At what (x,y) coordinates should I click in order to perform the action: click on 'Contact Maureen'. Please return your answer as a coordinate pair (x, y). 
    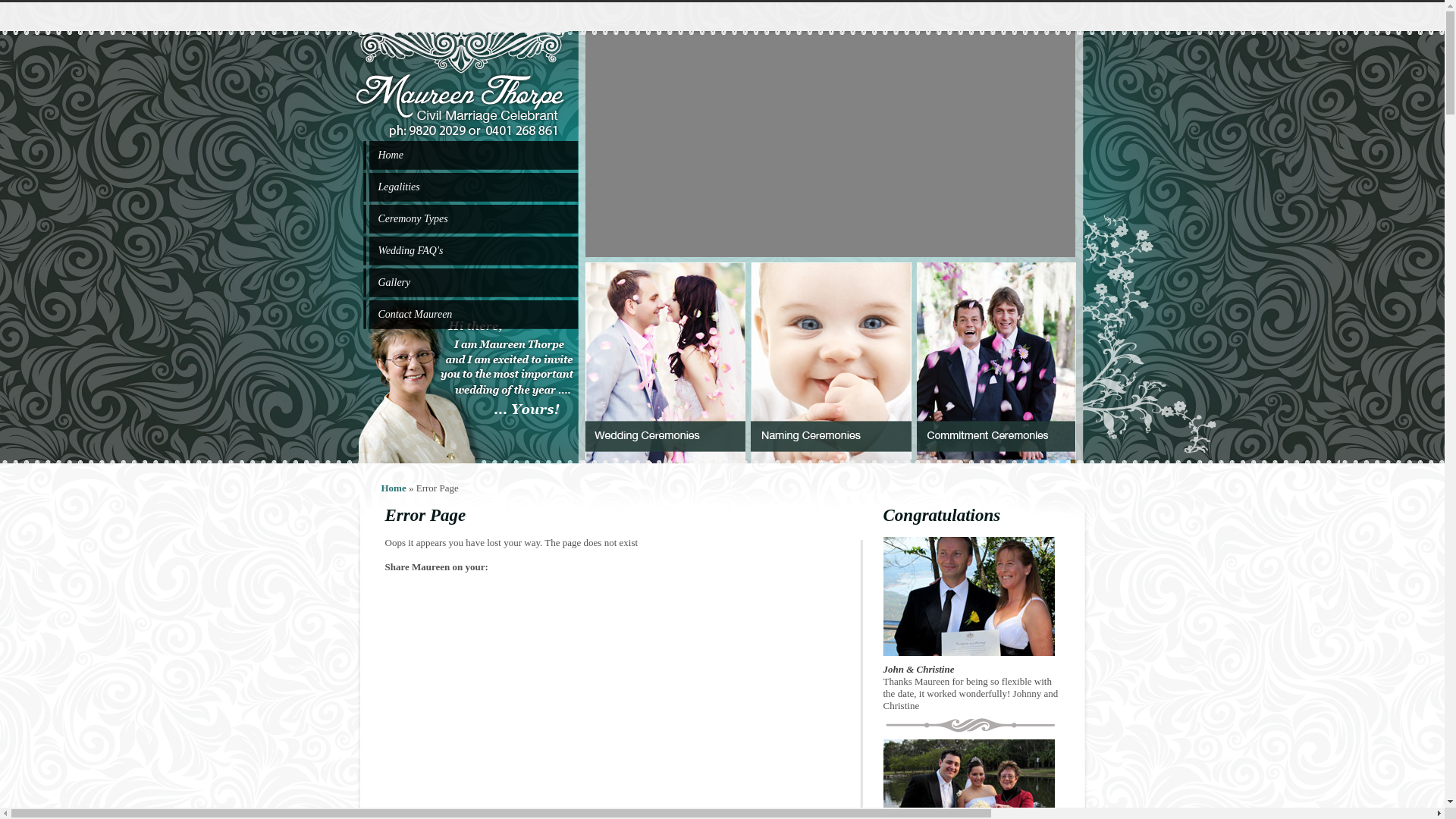
    Looking at the image, I should click on (415, 313).